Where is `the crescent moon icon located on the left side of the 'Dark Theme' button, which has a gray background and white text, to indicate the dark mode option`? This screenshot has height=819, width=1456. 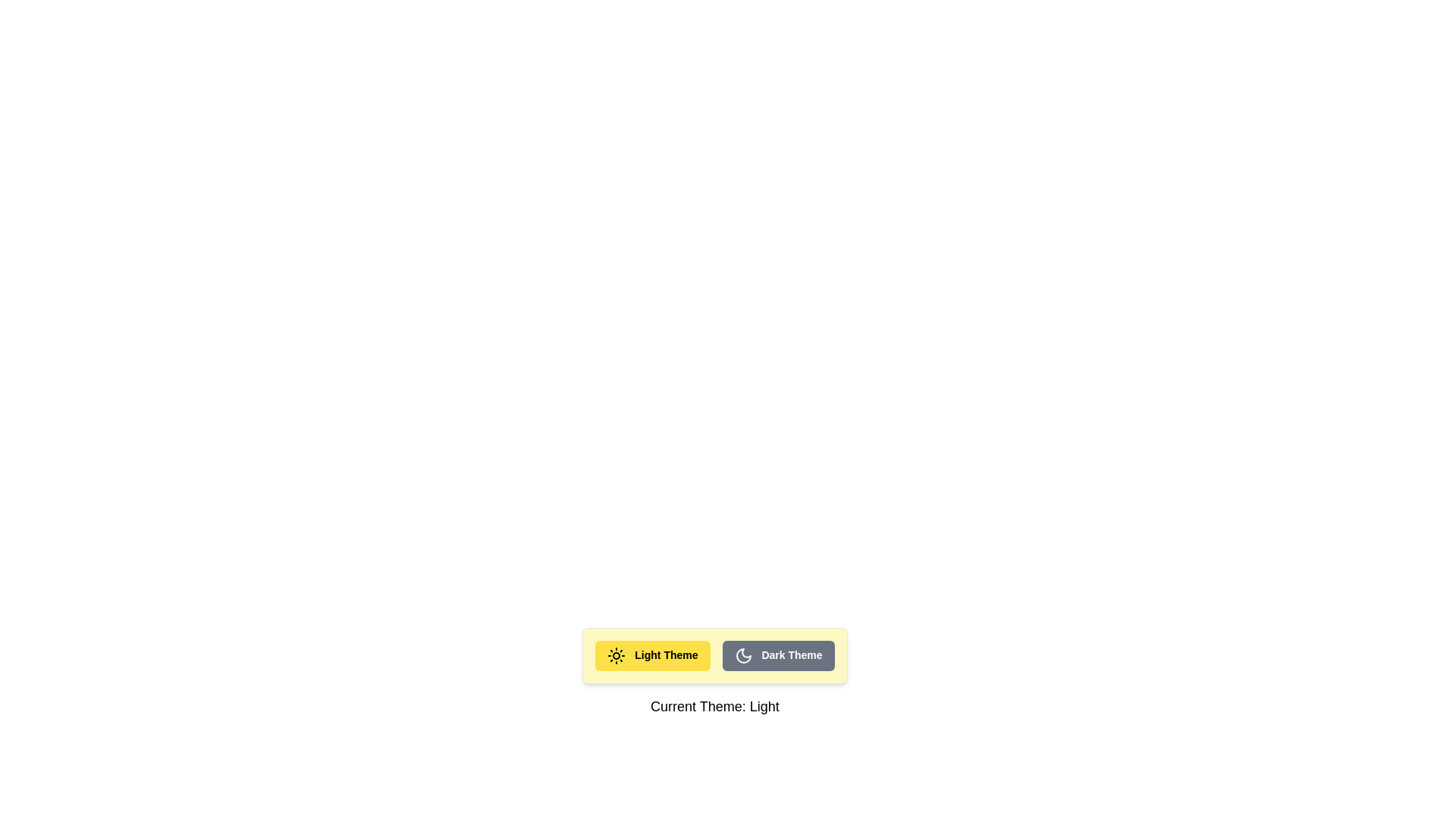 the crescent moon icon located on the left side of the 'Dark Theme' button, which has a gray background and white text, to indicate the dark mode option is located at coordinates (743, 654).